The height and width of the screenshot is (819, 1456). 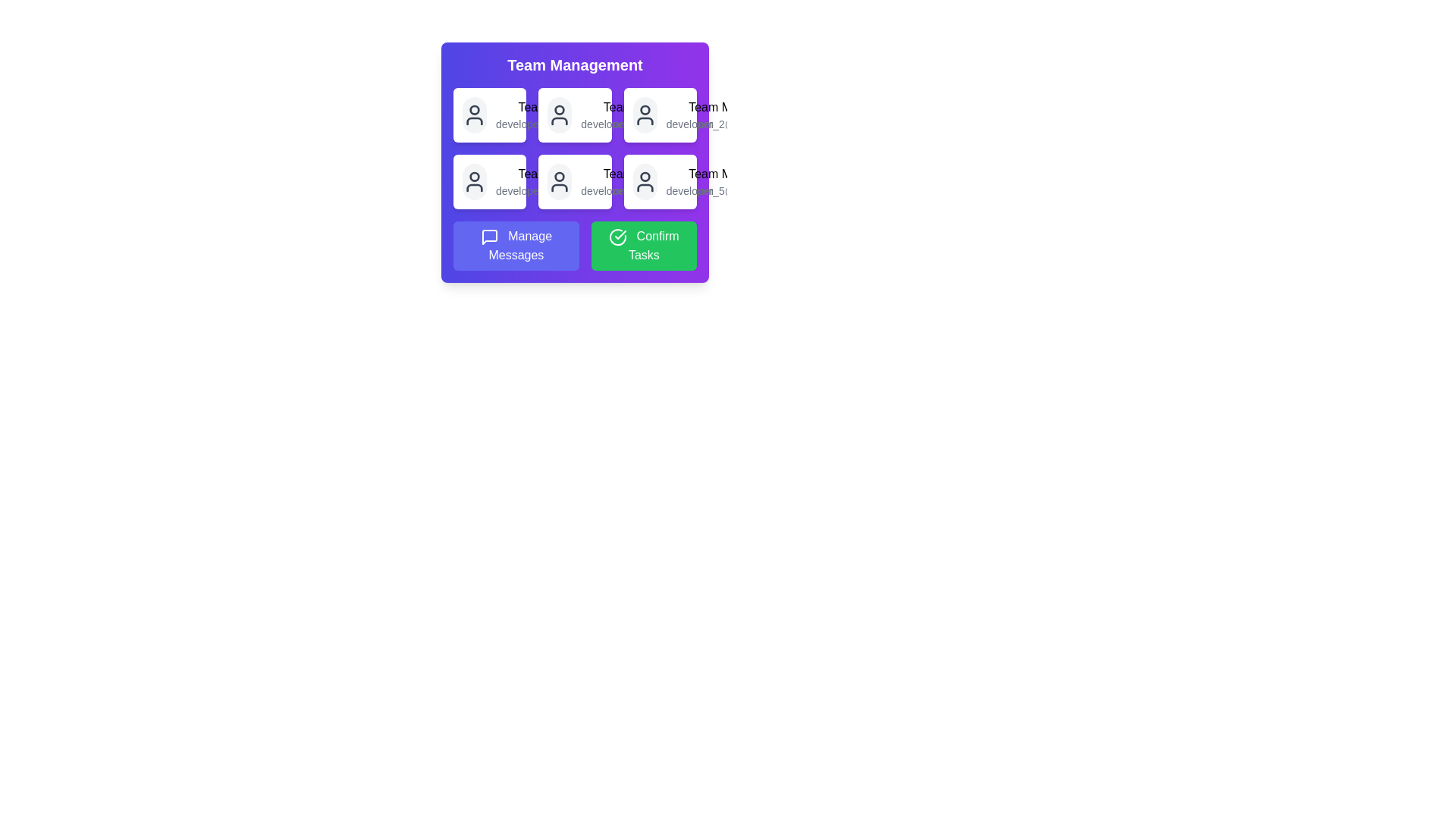 I want to click on the interactive card containing the text display field for a team member's name and email, so click(x=561, y=114).